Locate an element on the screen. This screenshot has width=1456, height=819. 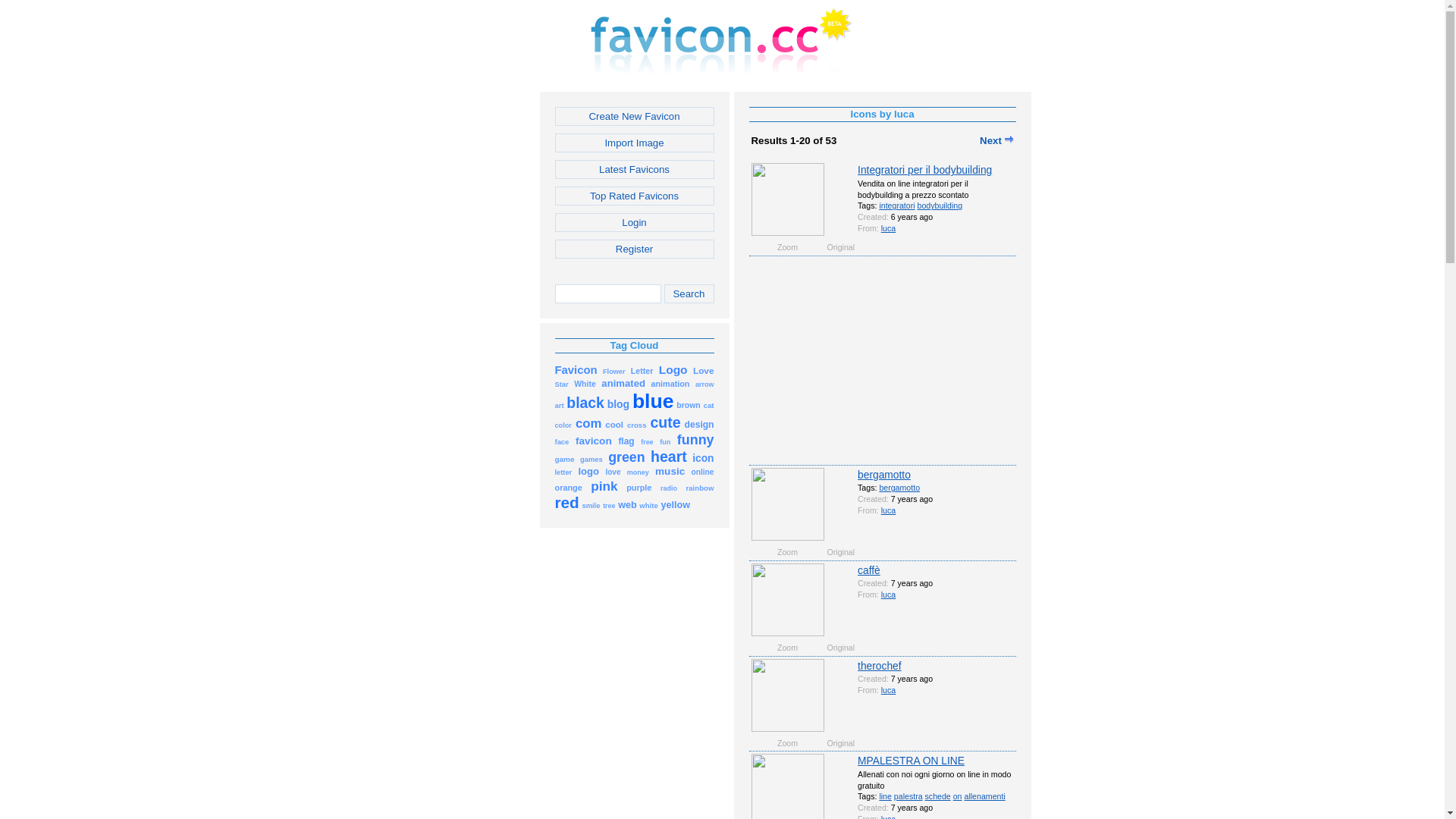
'cross' is located at coordinates (626, 424).